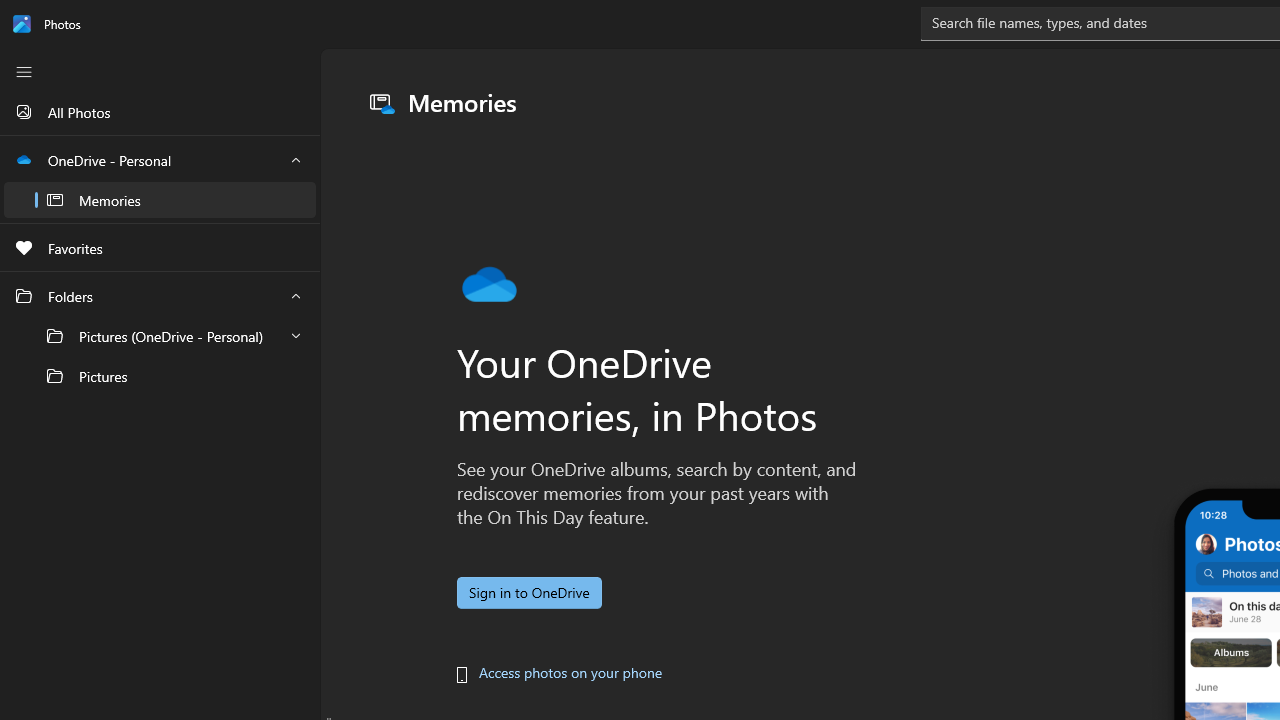  What do you see at coordinates (569, 673) in the screenshot?
I see `'Access photos on your phone'` at bounding box center [569, 673].